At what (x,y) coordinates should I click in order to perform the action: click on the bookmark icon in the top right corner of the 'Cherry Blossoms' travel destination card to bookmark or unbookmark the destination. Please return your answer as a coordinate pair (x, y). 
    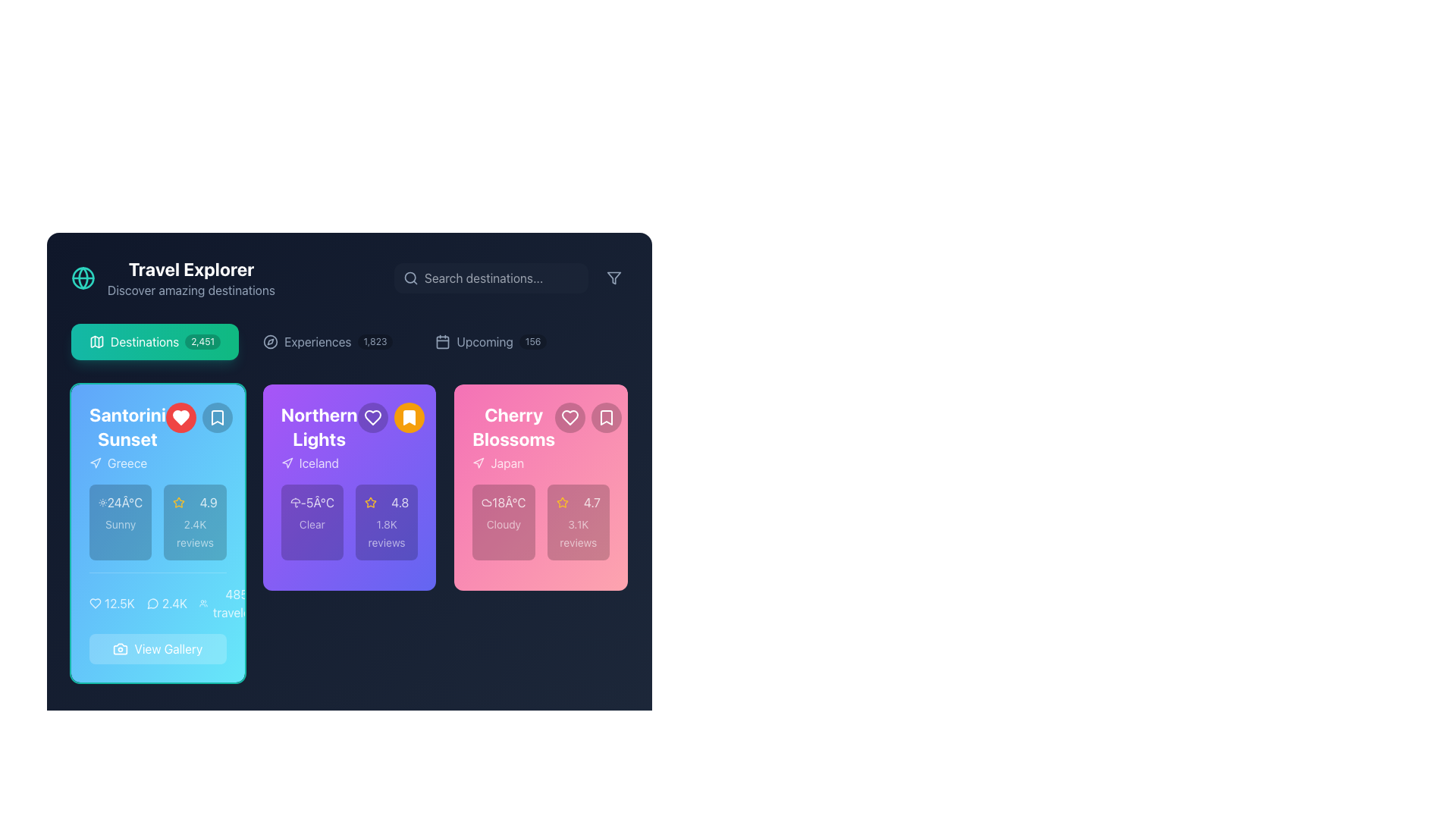
    Looking at the image, I should click on (607, 418).